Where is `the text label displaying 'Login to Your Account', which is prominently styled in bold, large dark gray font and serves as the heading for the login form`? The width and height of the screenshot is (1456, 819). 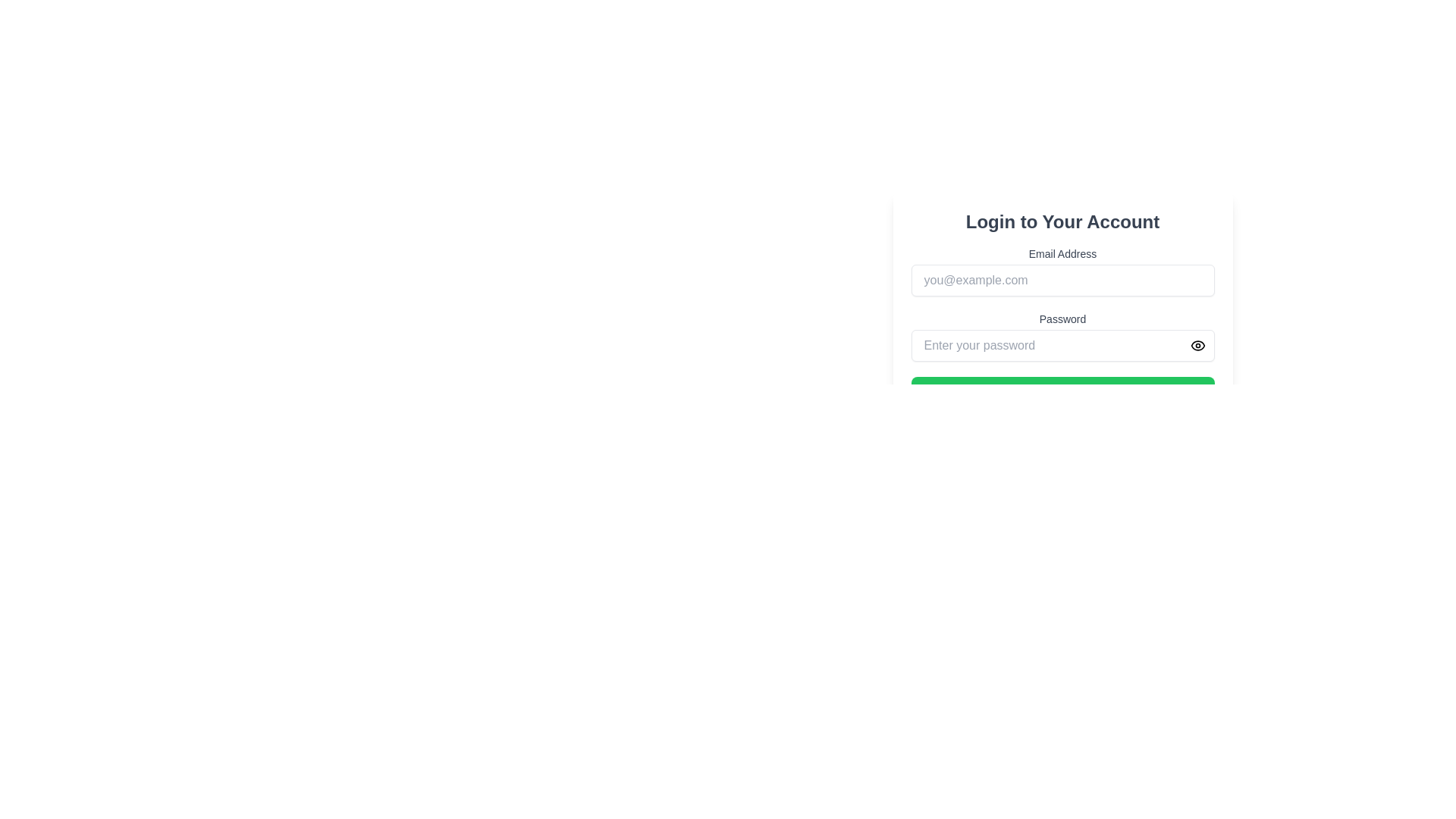
the text label displaying 'Login to Your Account', which is prominently styled in bold, large dark gray font and serves as the heading for the login form is located at coordinates (1062, 222).